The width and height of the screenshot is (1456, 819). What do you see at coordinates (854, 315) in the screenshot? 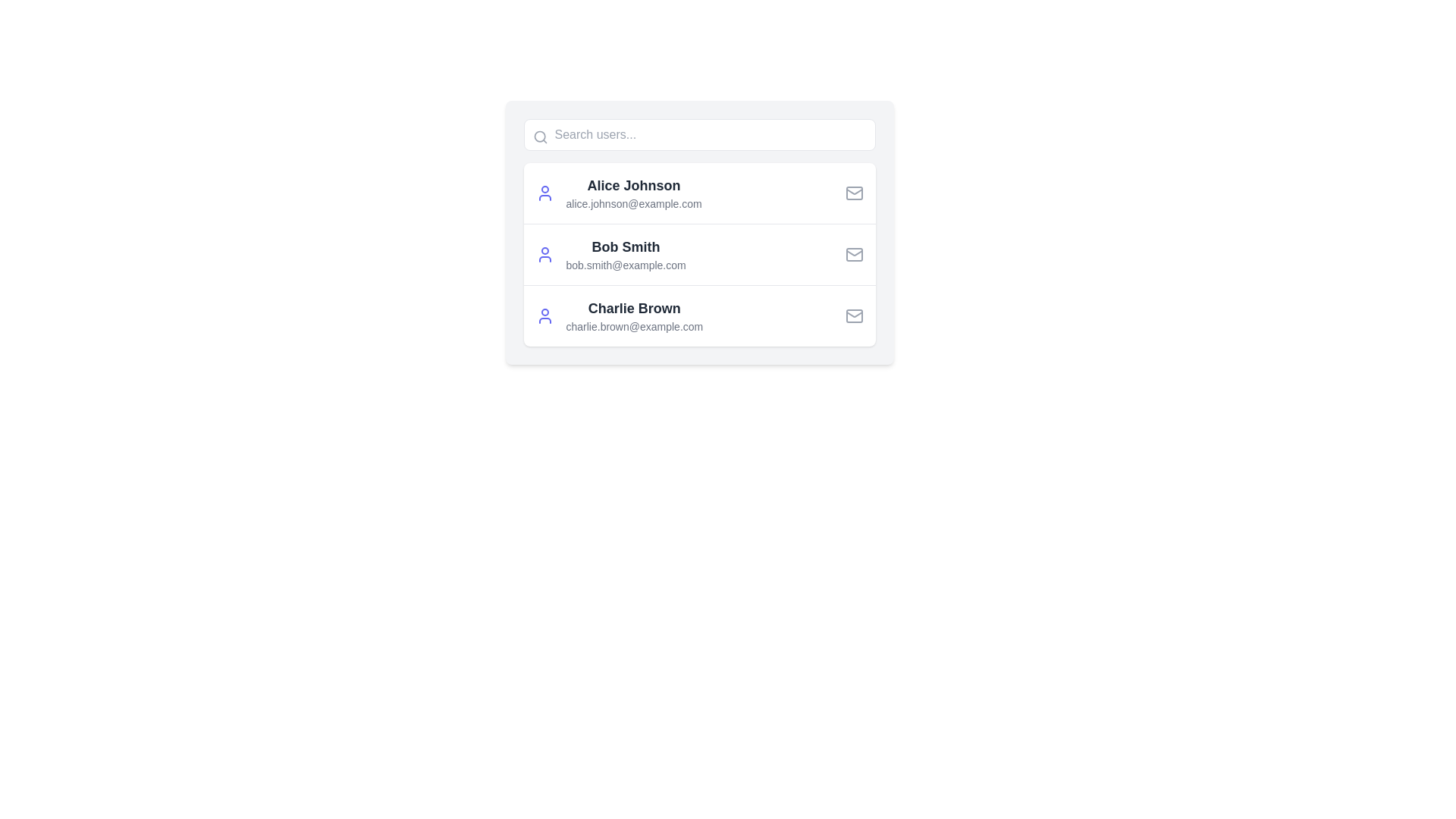
I see `the mail icon located on the right side of the user information row for 'Charlie Brown' (third row)` at bounding box center [854, 315].